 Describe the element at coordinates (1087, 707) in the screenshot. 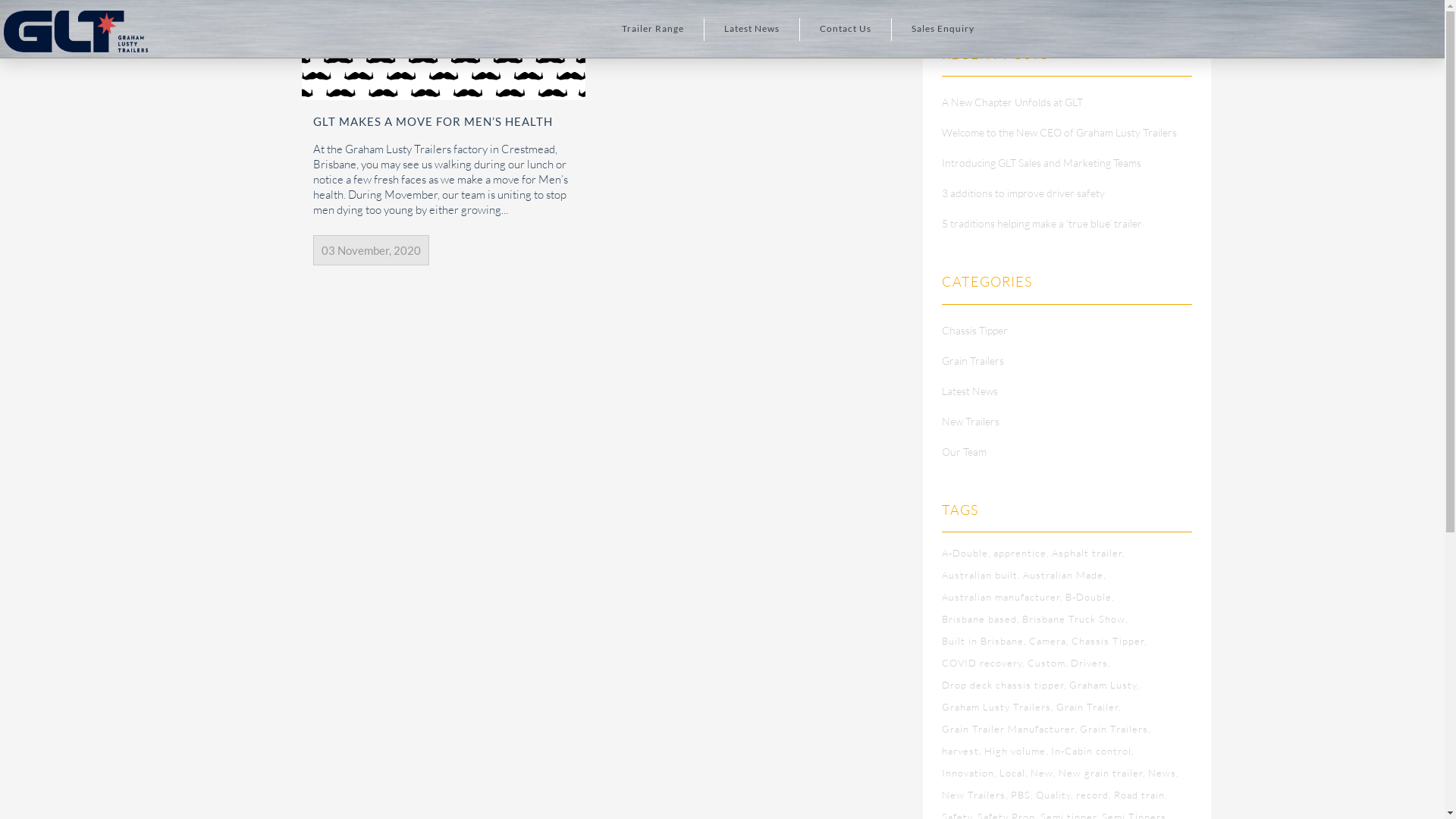

I see `'Grain Trailer'` at that location.